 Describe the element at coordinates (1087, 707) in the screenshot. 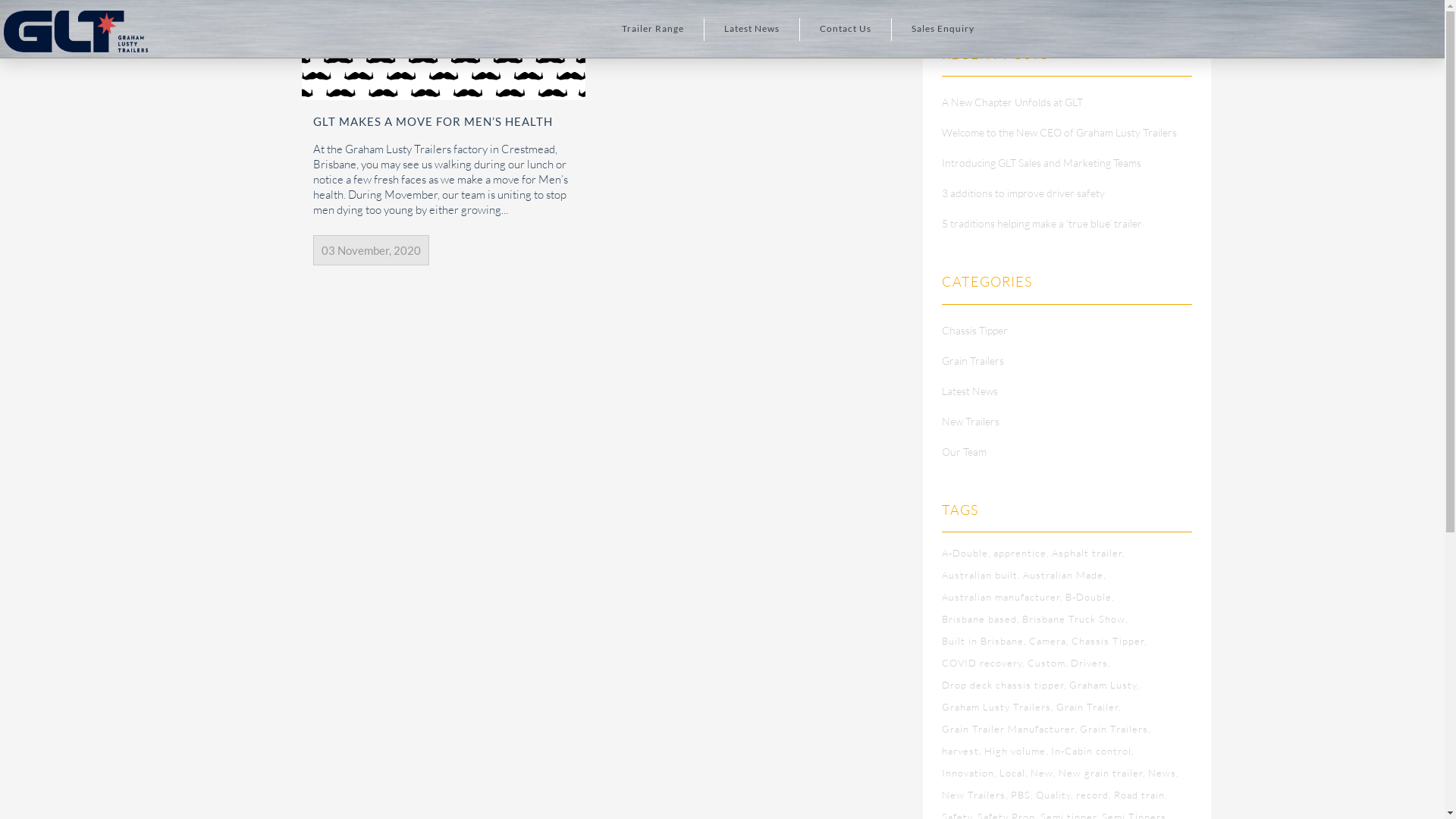

I see `'Grain Trailer'` at that location.